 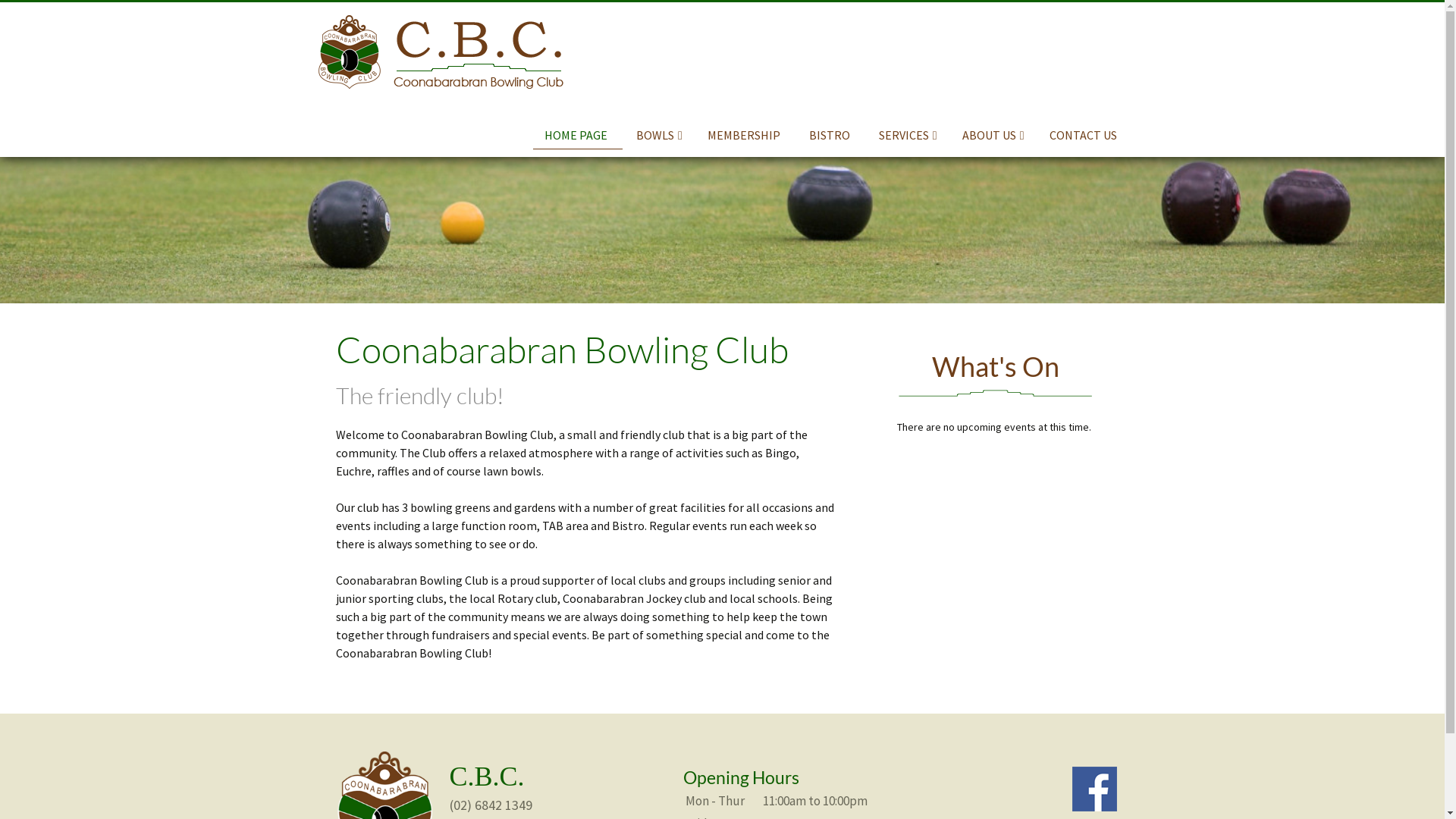 What do you see at coordinates (977, 162) in the screenshot?
I see `'HISTORY'` at bounding box center [977, 162].